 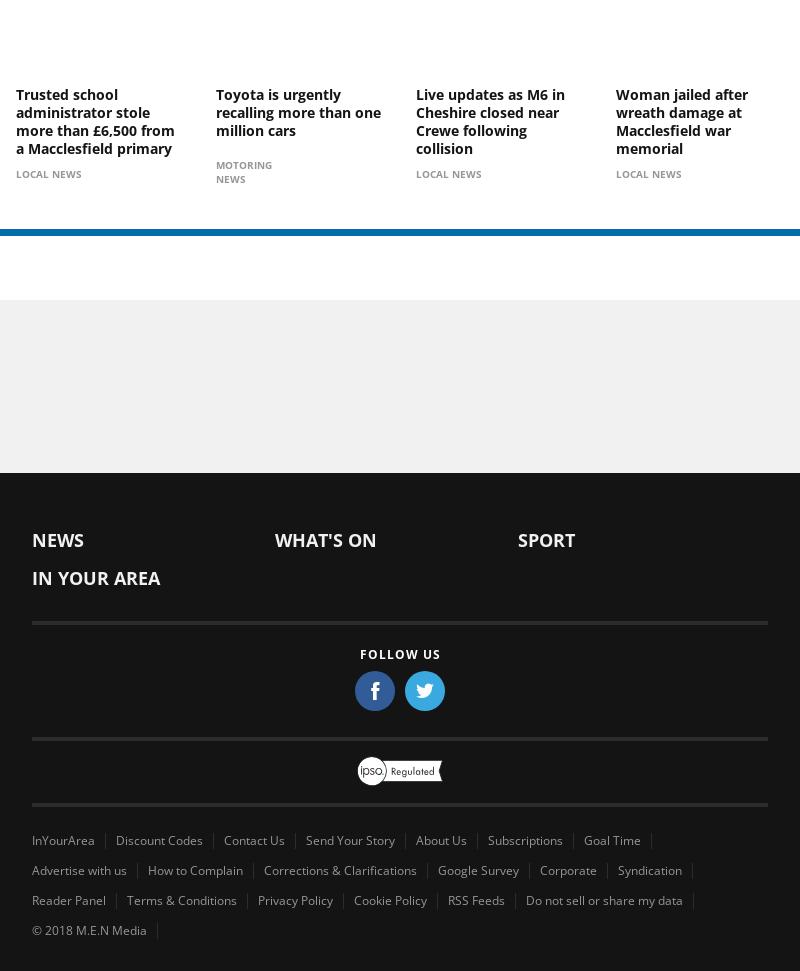 I want to click on 'Syndication', so click(x=649, y=869).